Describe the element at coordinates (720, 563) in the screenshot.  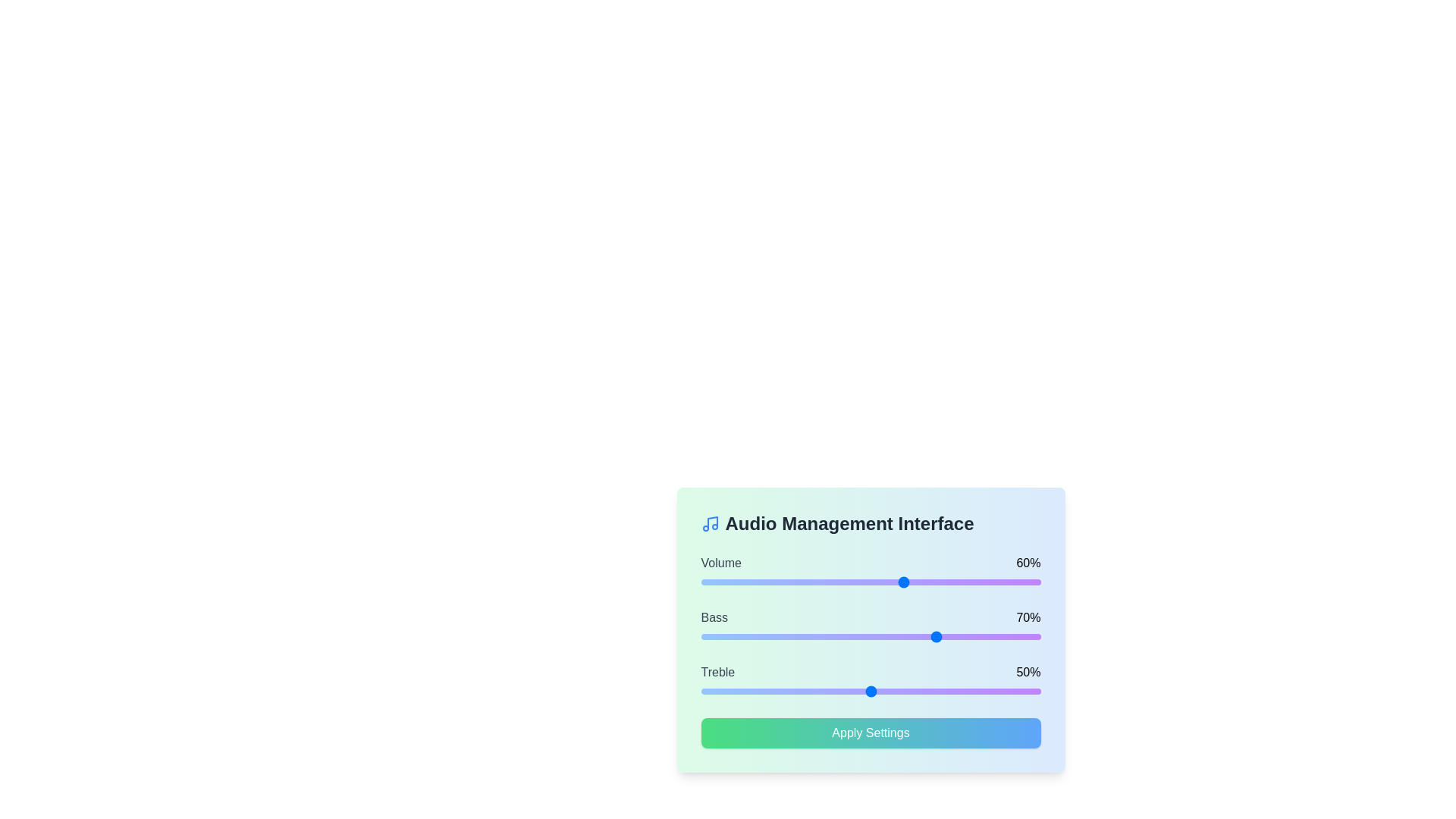
I see `the bold text label displaying 'Volume' located at the top-left corner of the Audio Management Interface panel` at that location.